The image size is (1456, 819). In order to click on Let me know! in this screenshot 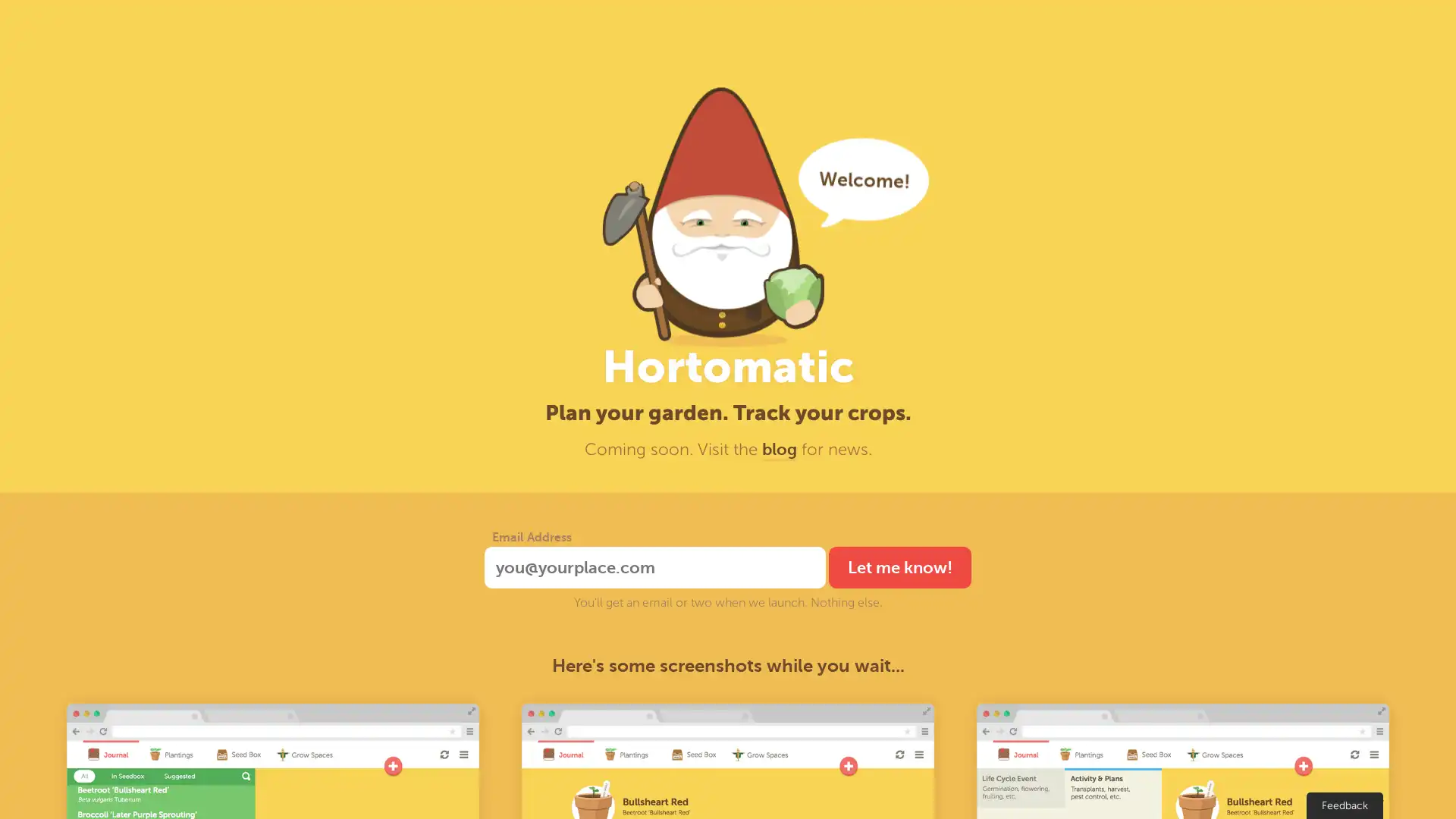, I will do `click(899, 567)`.